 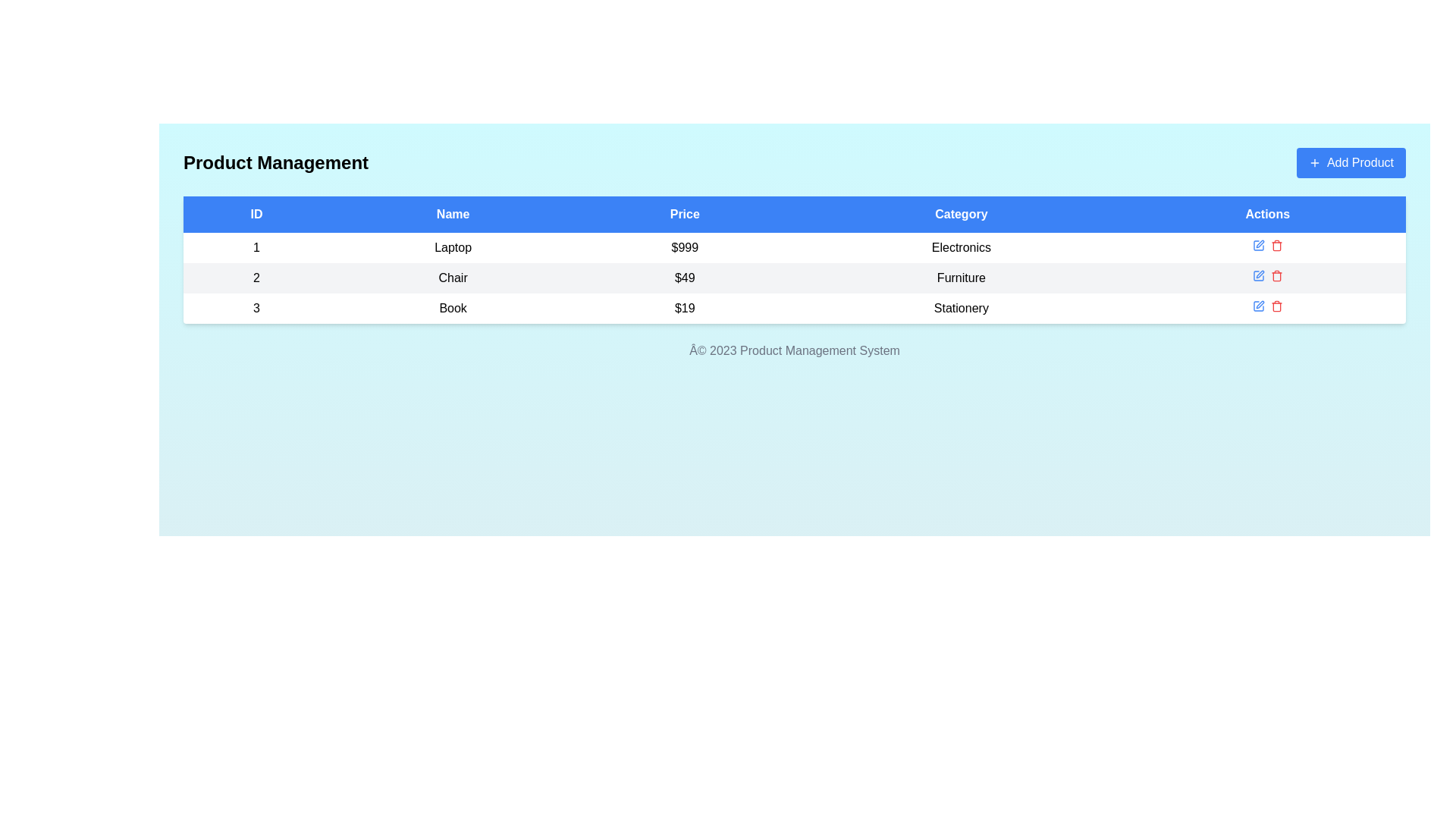 I want to click on the numeric identifier text label '3' located in the first column of the third row under the 'ID' column of the table, so click(x=256, y=308).